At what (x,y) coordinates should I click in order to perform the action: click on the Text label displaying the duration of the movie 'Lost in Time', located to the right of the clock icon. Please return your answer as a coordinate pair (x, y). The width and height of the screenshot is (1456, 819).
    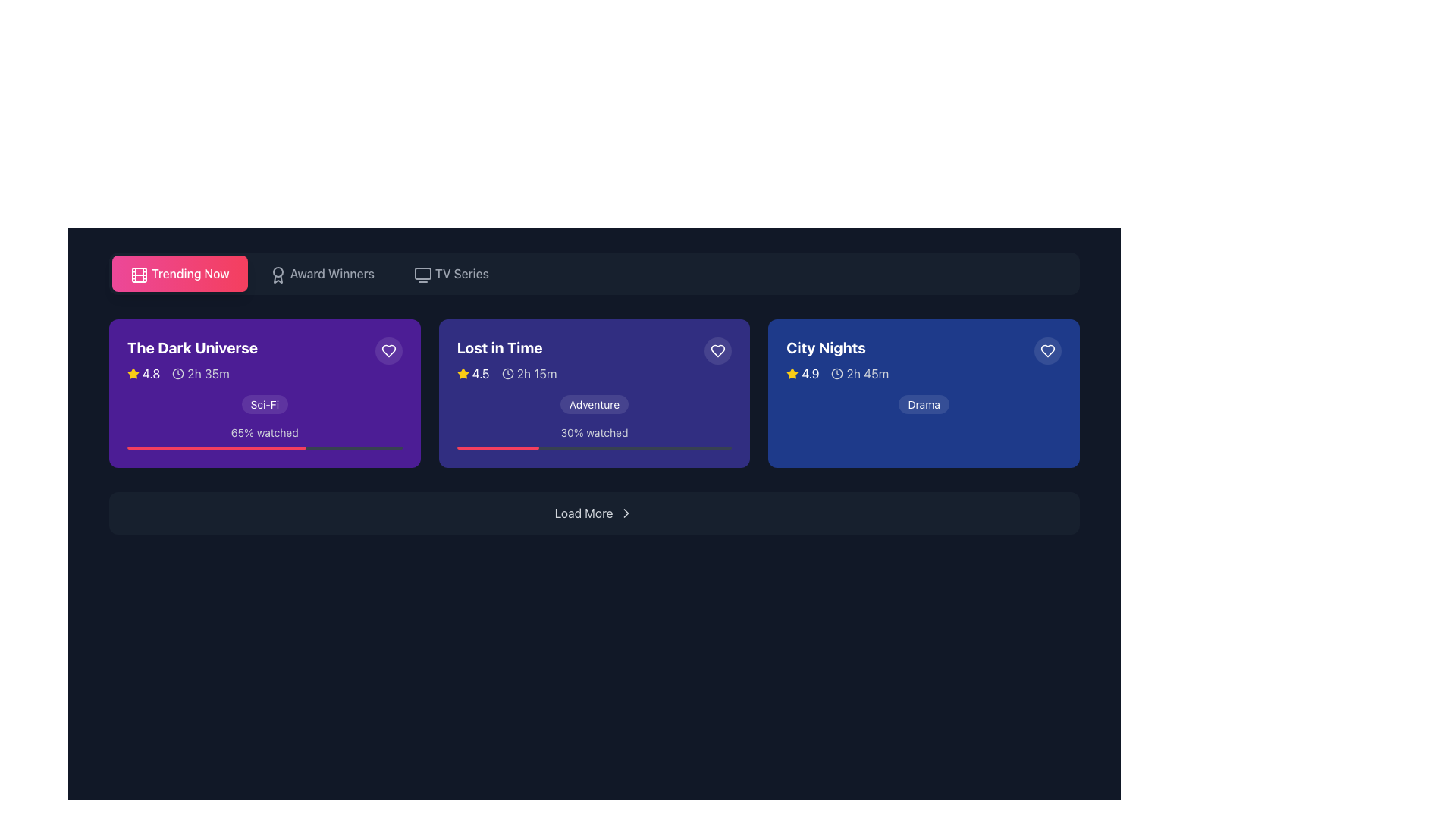
    Looking at the image, I should click on (537, 374).